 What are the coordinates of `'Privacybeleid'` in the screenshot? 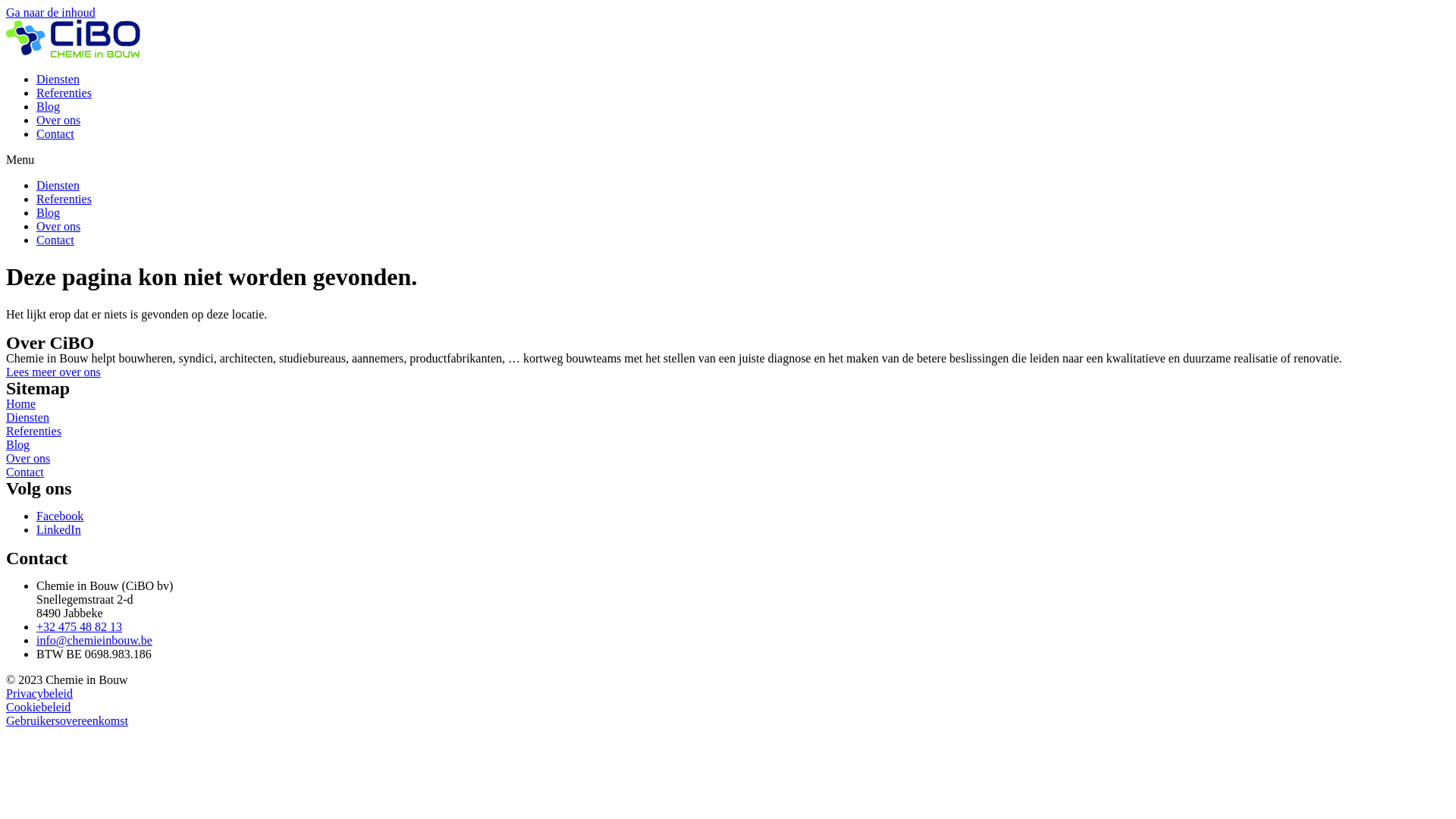 It's located at (6, 693).